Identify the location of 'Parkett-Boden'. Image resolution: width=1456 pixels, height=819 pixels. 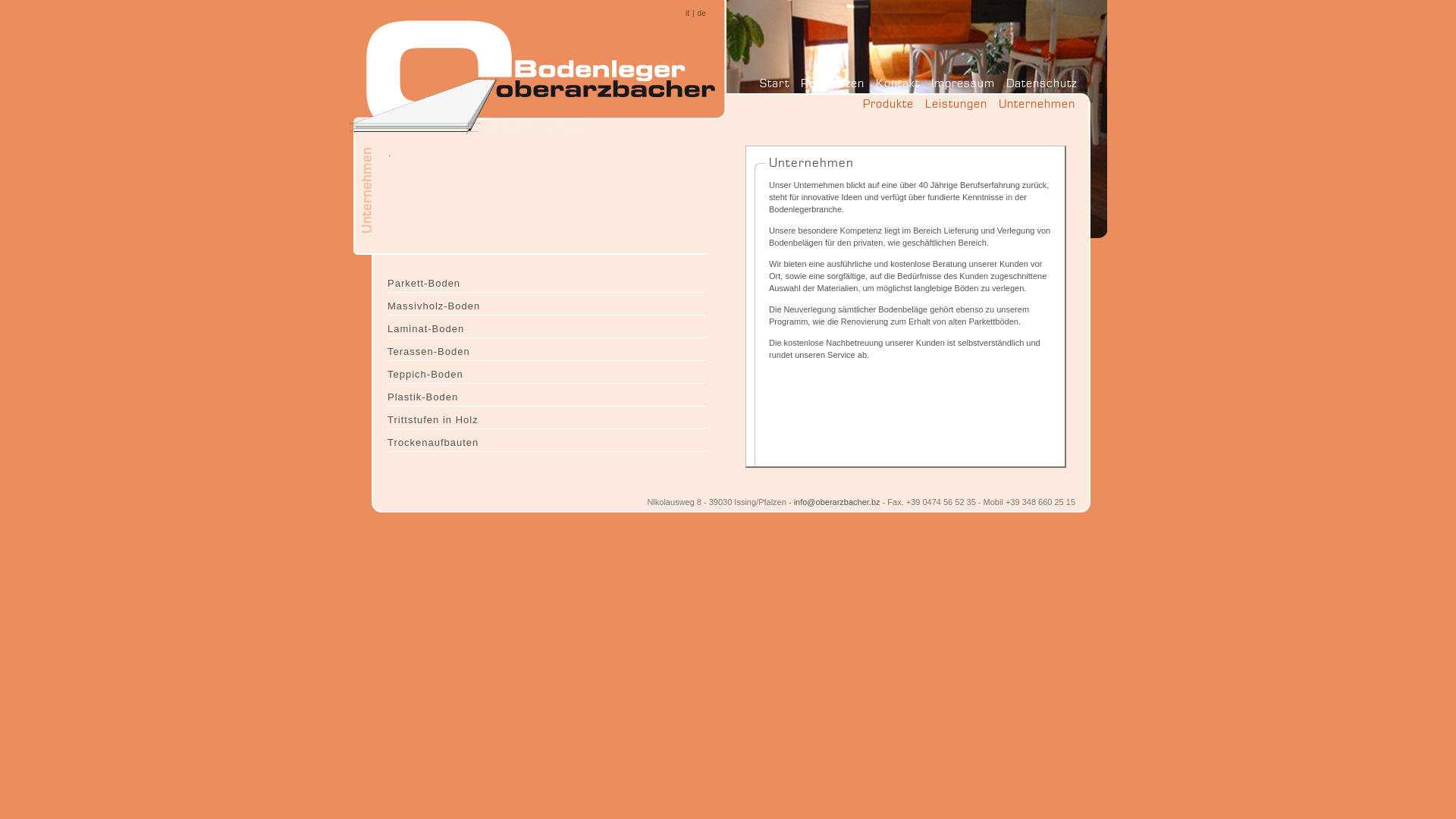
(546, 281).